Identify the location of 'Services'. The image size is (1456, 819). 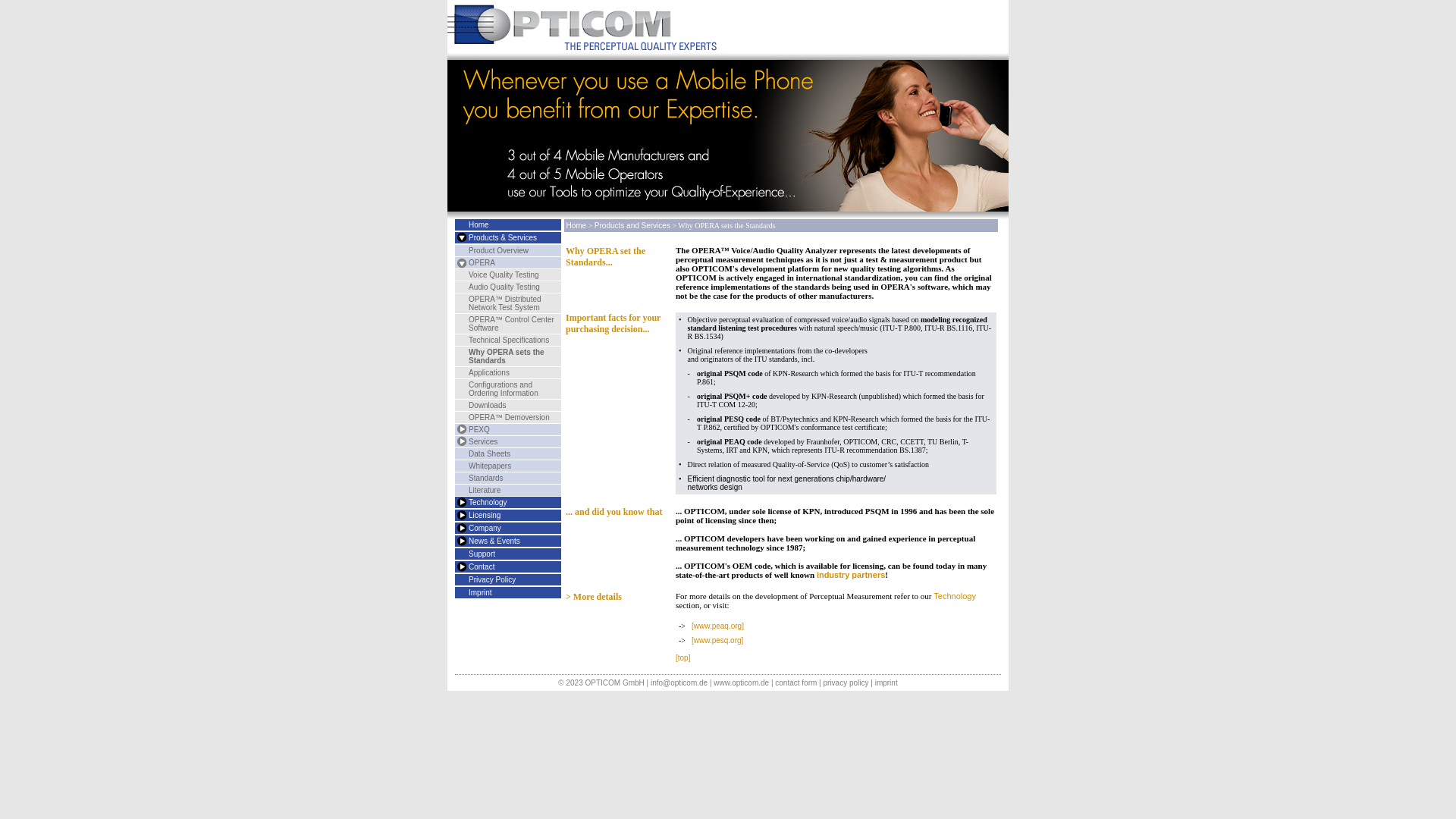
(482, 441).